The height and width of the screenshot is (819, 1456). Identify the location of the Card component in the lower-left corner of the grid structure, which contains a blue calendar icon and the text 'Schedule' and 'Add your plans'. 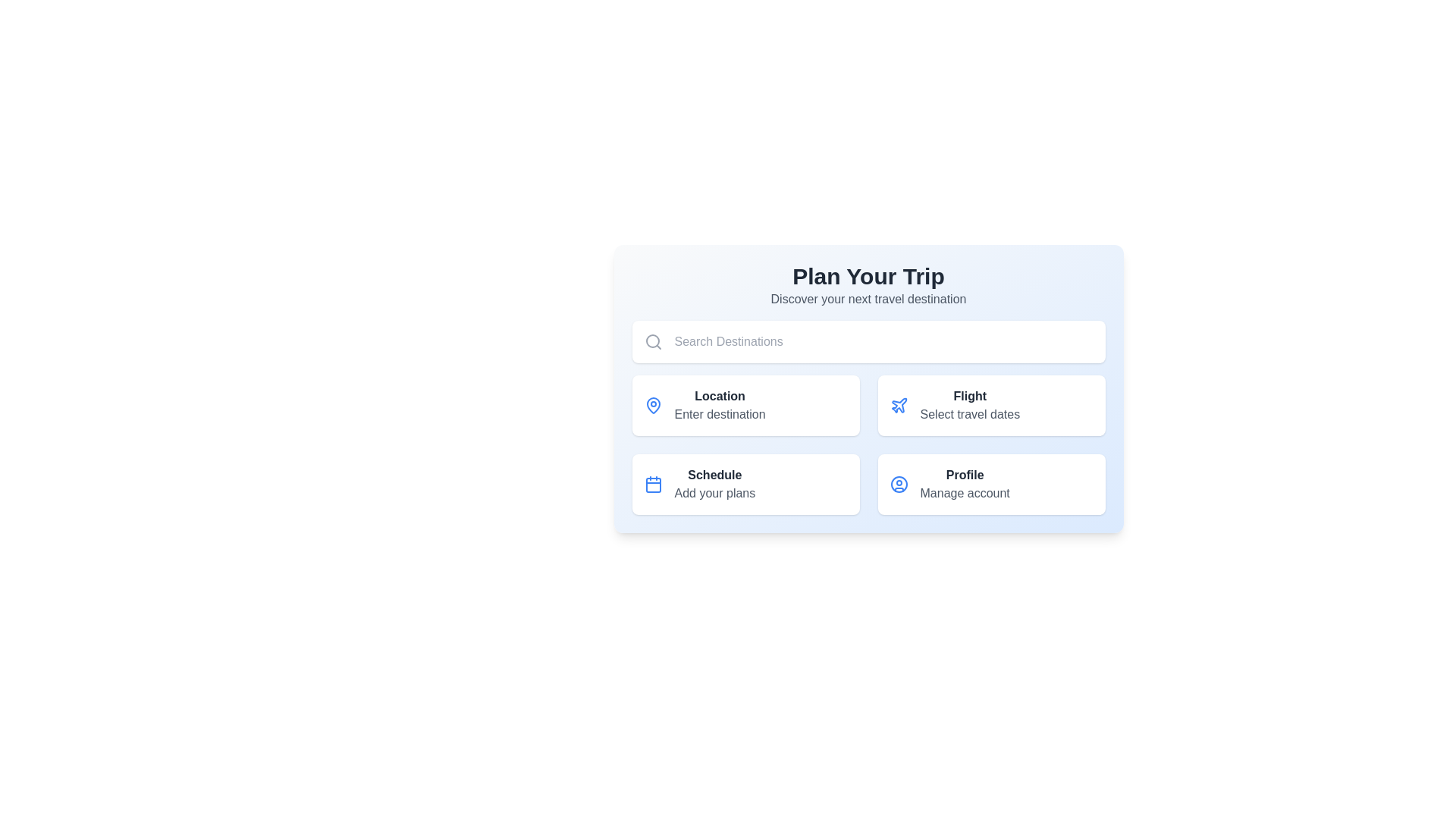
(745, 485).